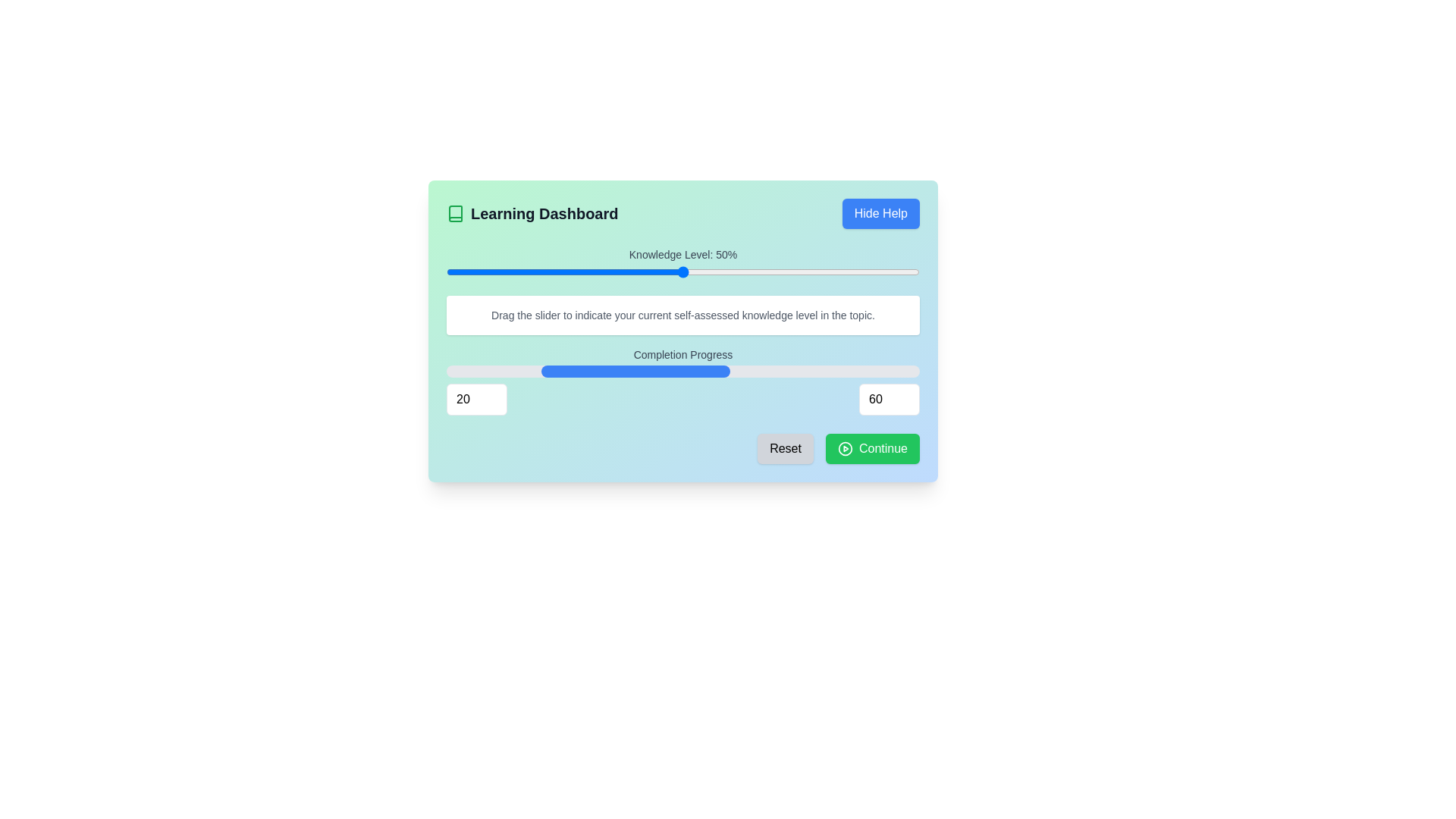  What do you see at coordinates (682, 265) in the screenshot?
I see `the percentage value displayed above the slider labeled 'Knowledge Level: 50%'` at bounding box center [682, 265].